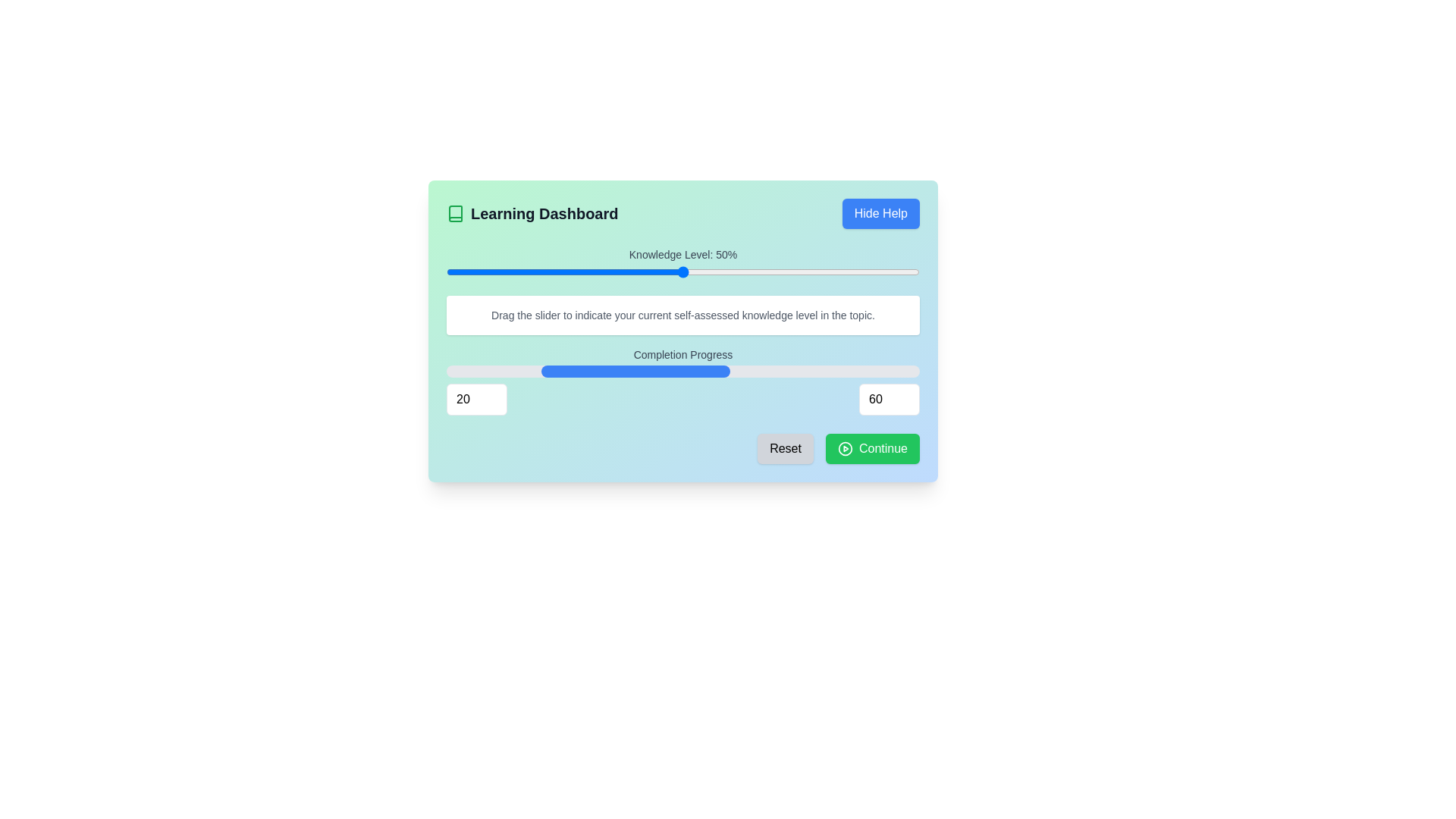  What do you see at coordinates (682, 265) in the screenshot?
I see `the percentage value displayed above the slider labeled 'Knowledge Level: 50%'` at bounding box center [682, 265].